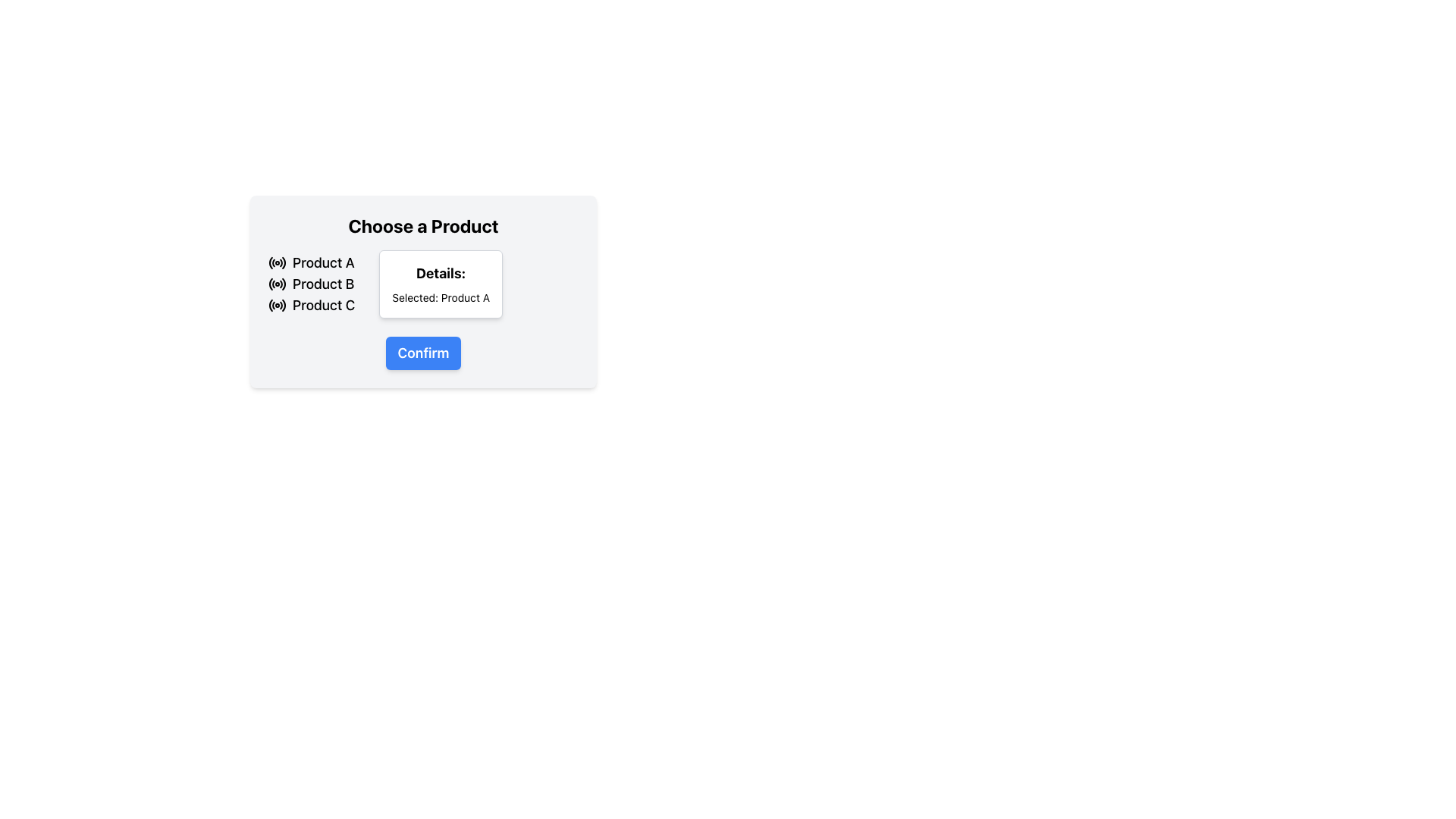 Image resolution: width=1456 pixels, height=819 pixels. I want to click on the selected radio button for 'Product A', which is the first, so click(277, 262).